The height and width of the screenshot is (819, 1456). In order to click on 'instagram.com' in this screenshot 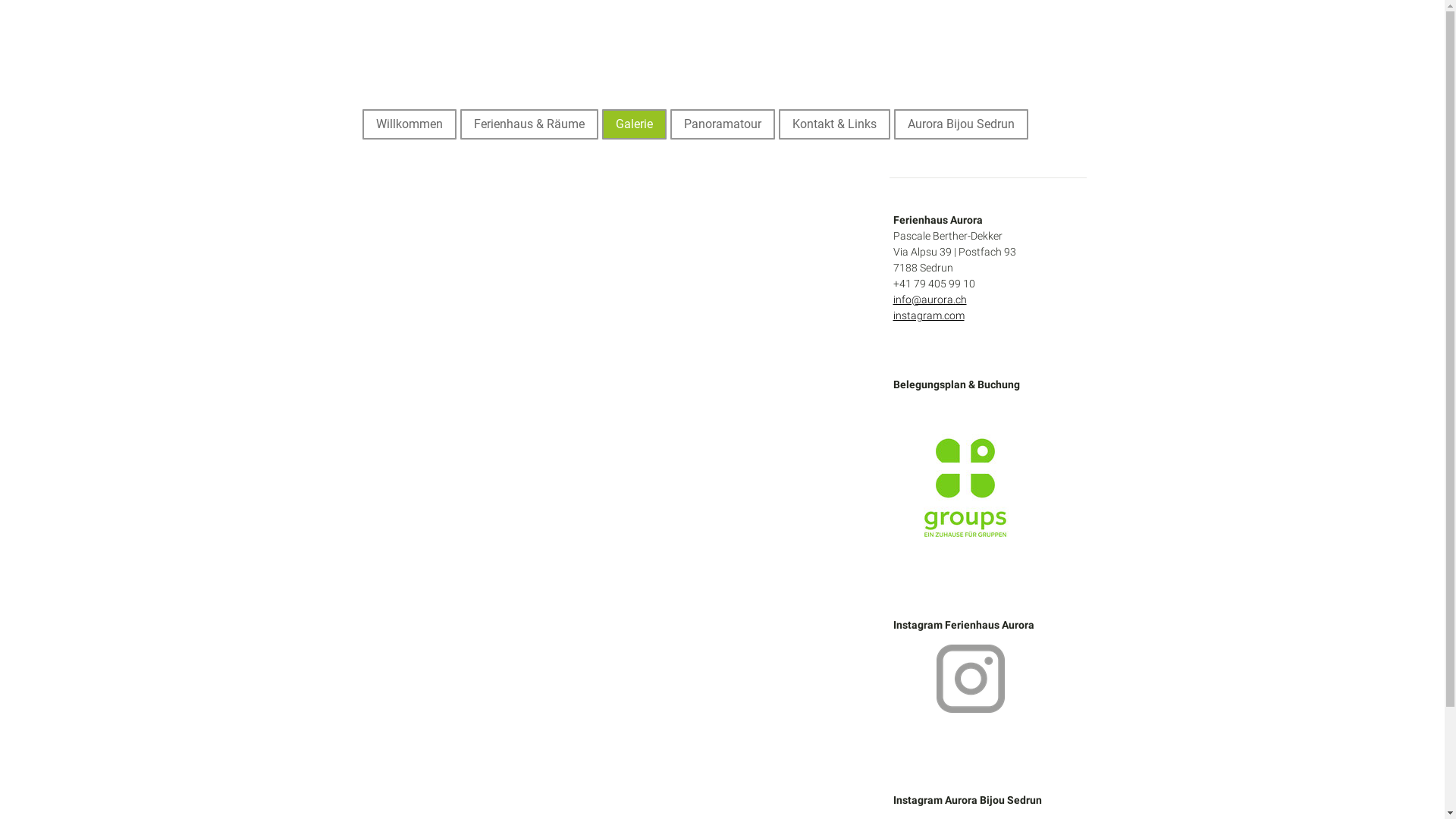, I will do `click(927, 315)`.